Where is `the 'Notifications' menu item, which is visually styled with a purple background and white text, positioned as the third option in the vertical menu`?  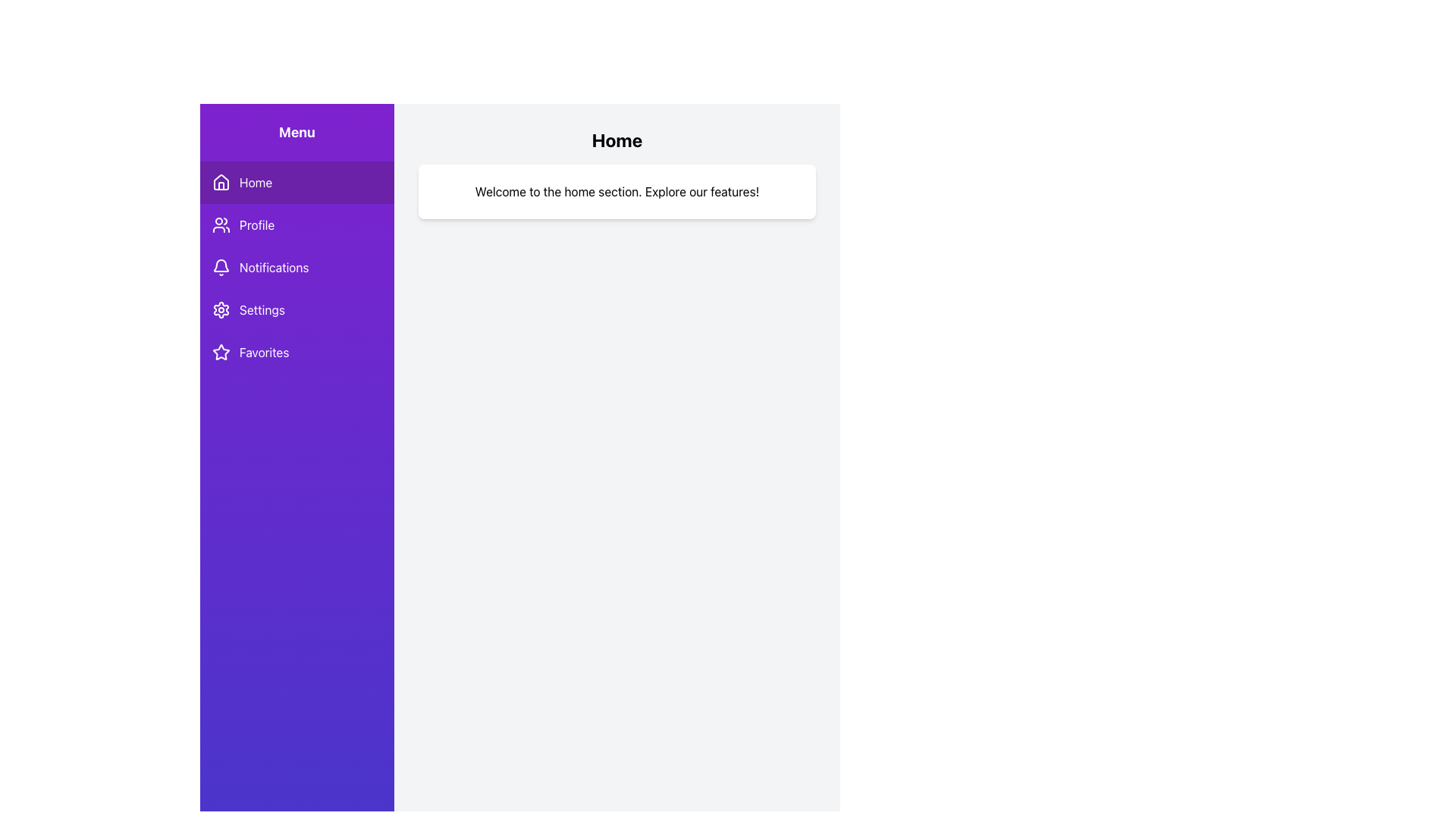 the 'Notifications' menu item, which is visually styled with a purple background and white text, positioned as the third option in the vertical menu is located at coordinates (297, 267).